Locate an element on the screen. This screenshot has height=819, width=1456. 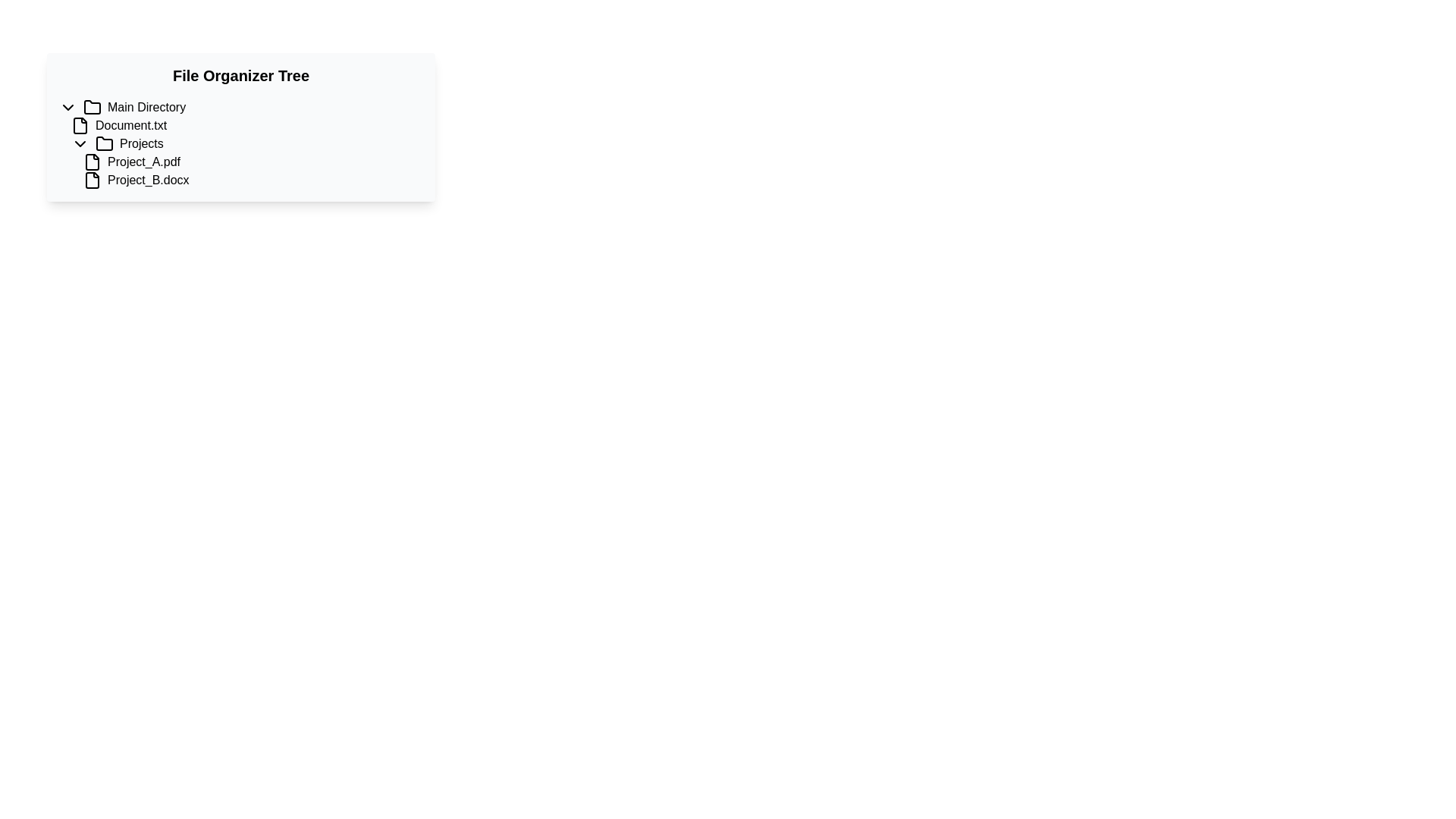
the stylized black folder icon located to the left of the 'Main Directory' text label is located at coordinates (91, 107).